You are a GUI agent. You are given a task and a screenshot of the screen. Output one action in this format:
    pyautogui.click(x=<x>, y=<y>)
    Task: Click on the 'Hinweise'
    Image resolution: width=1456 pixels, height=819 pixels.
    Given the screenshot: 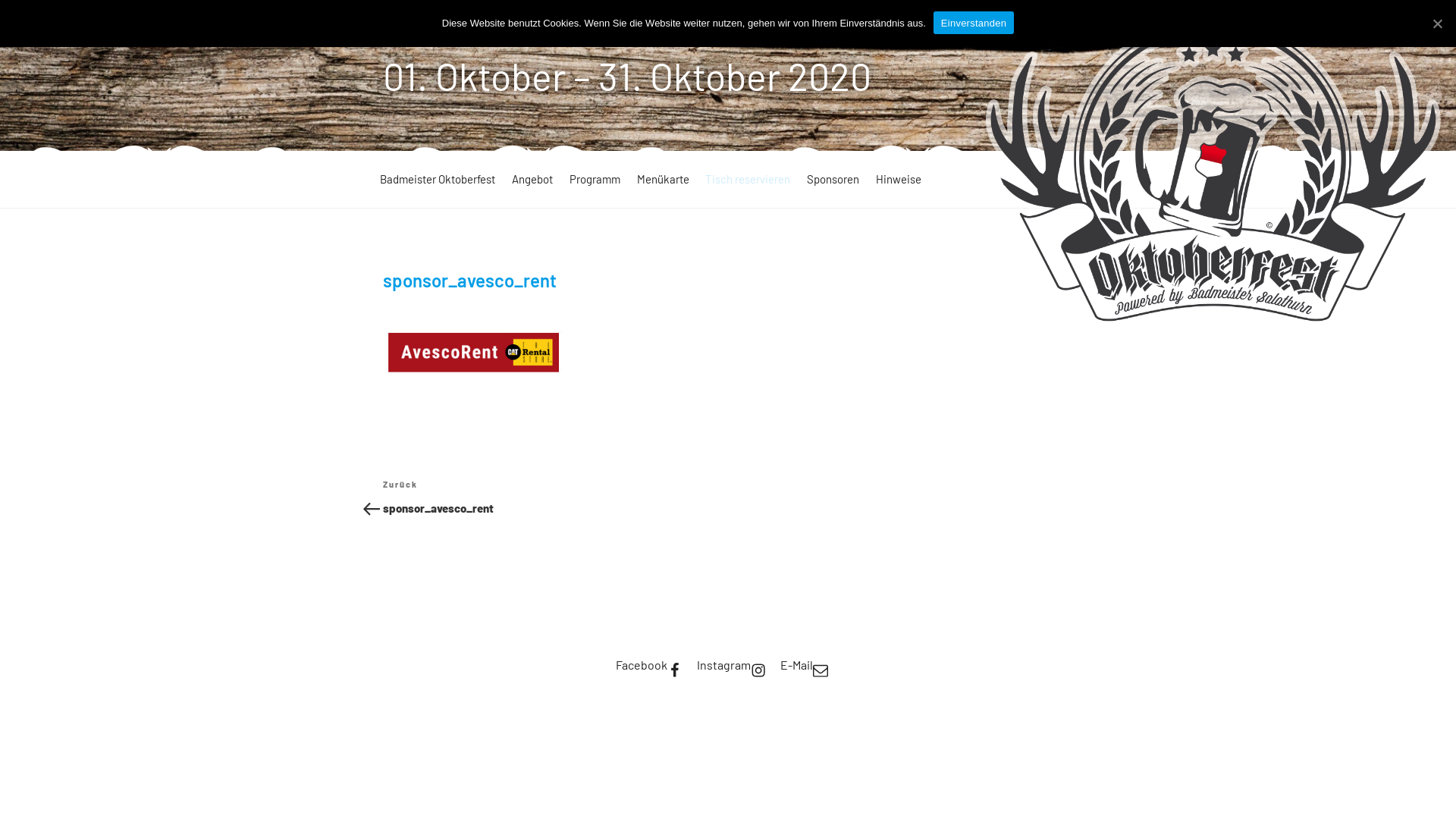 What is the action you would take?
    pyautogui.click(x=897, y=178)
    